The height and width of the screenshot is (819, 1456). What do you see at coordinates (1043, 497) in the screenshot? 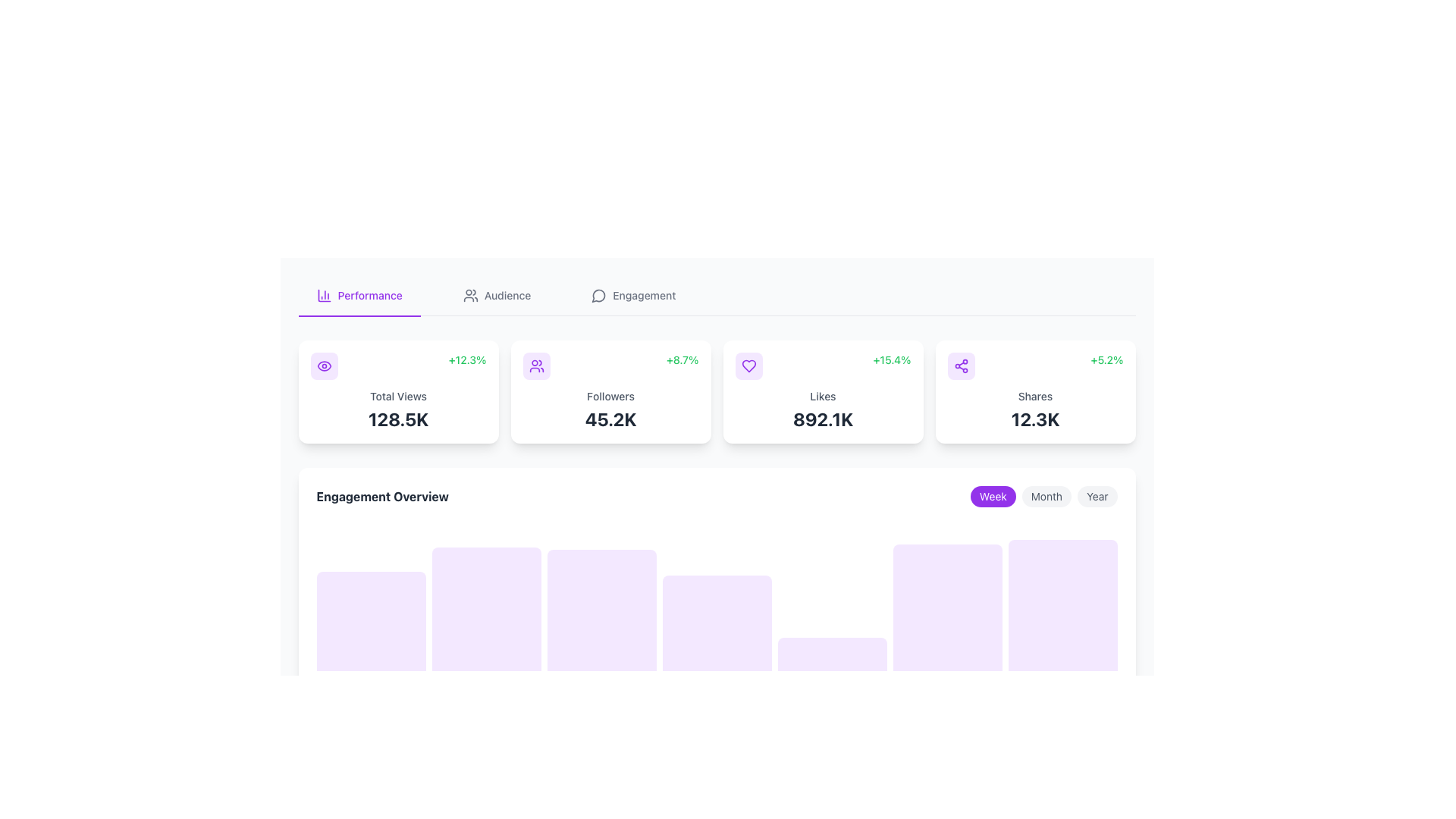
I see `each tab in the Tab group or segmented control located near the top-right corner of the Engagement Overview section` at bounding box center [1043, 497].